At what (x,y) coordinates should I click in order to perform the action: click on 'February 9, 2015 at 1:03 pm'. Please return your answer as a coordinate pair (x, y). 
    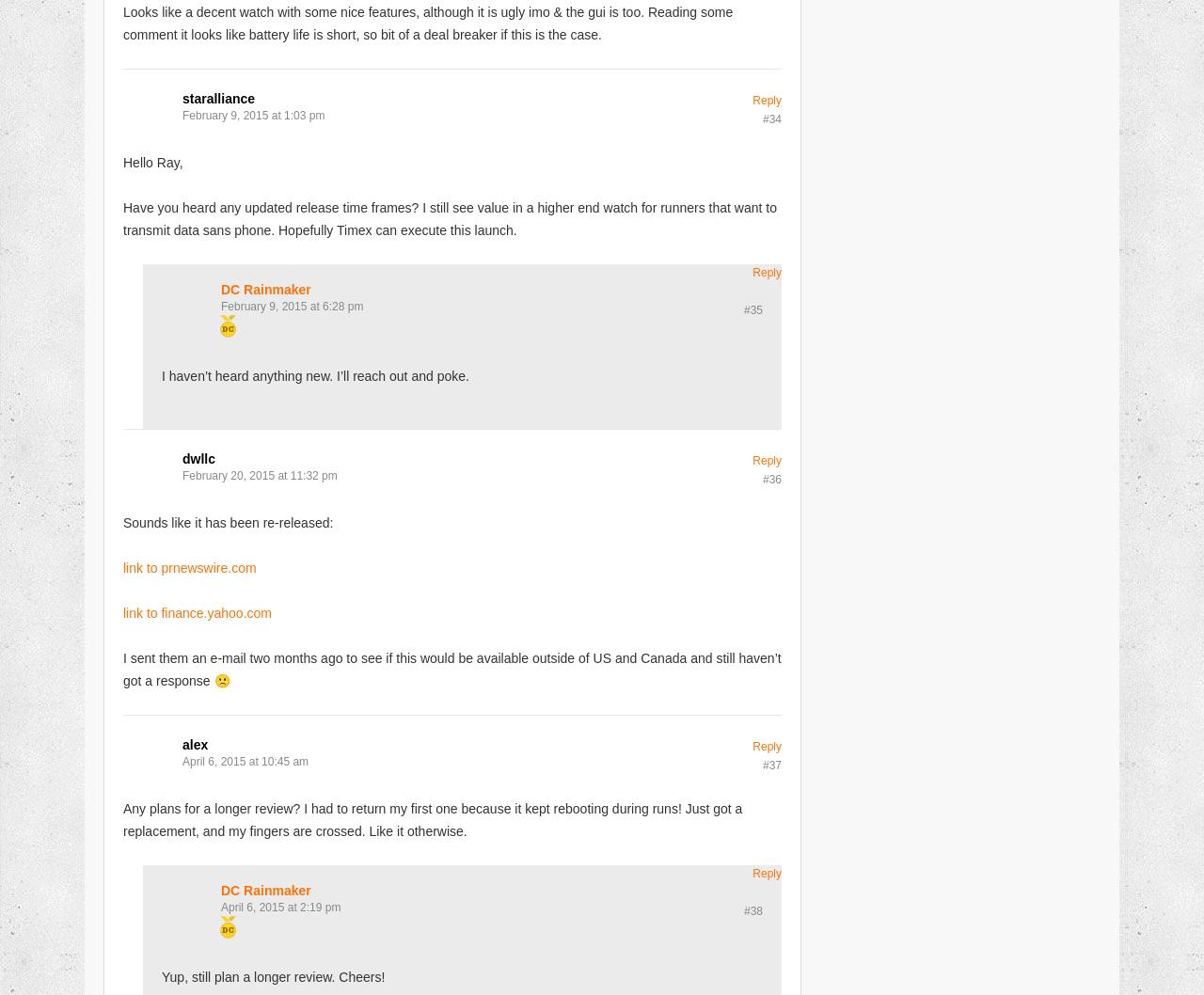
    Looking at the image, I should click on (252, 113).